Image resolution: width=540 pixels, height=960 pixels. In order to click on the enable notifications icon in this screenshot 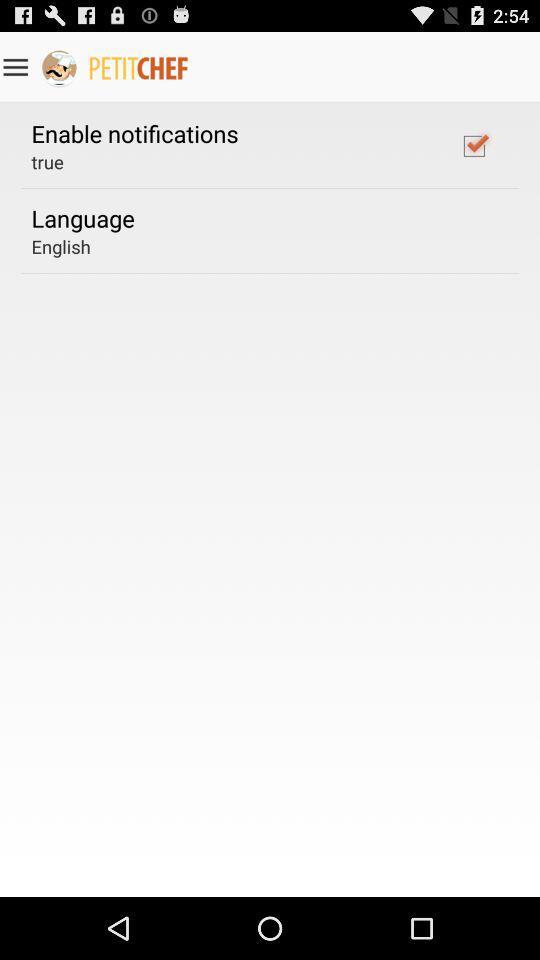, I will do `click(135, 132)`.